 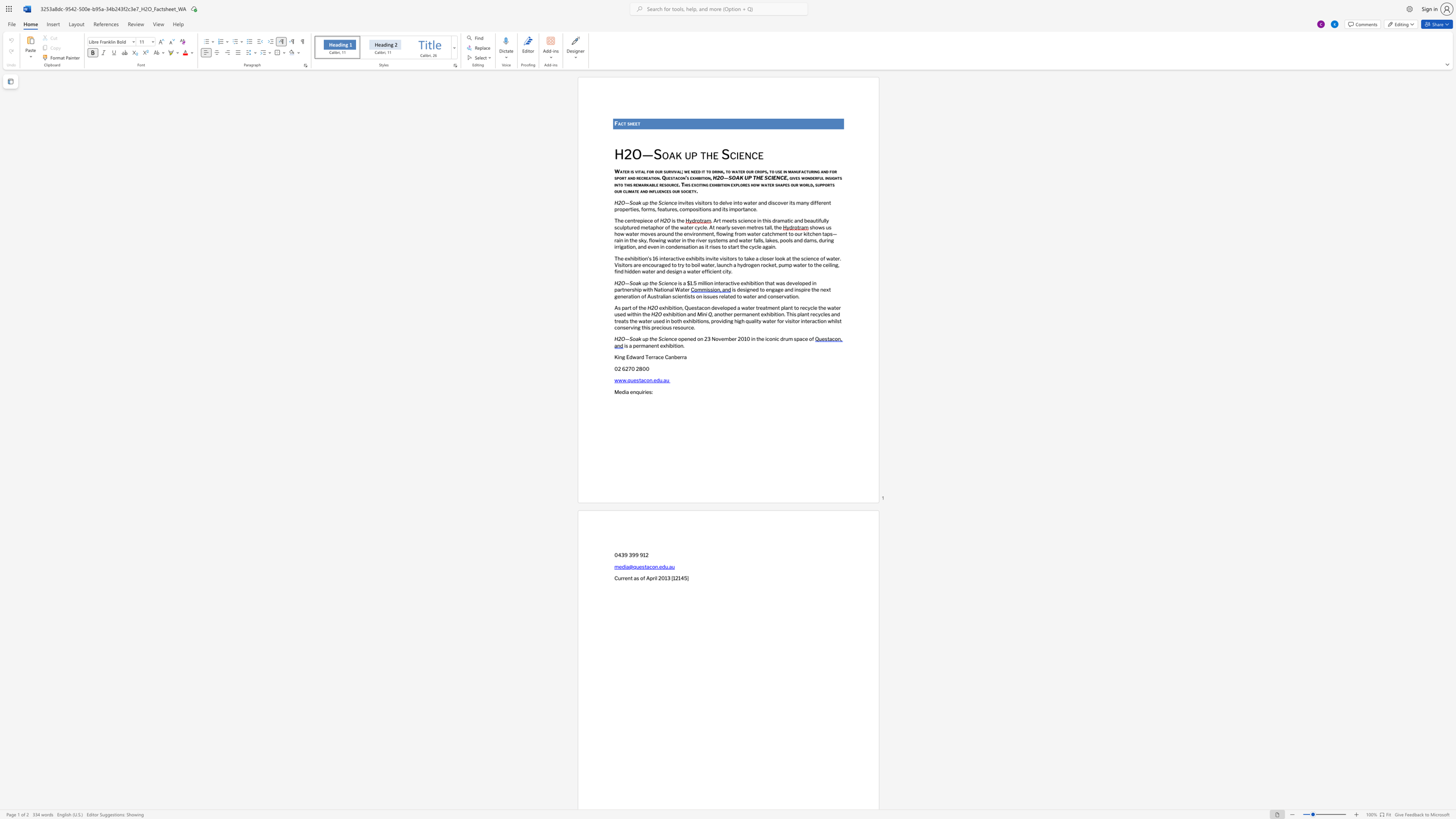 I want to click on the subset text ".edu." within the text "www.questacon.edu.au", so click(x=652, y=380).